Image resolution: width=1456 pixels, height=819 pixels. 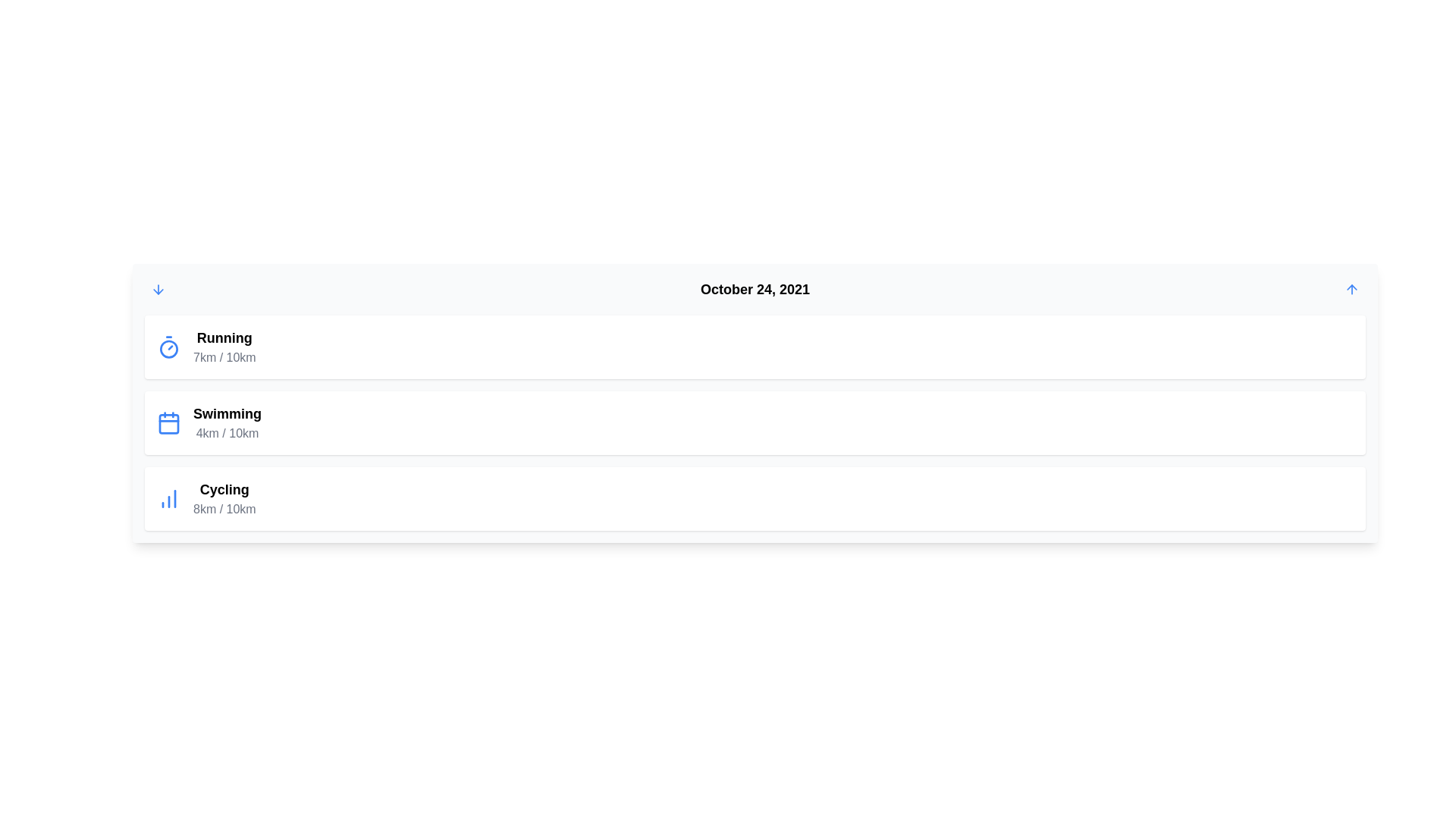 What do you see at coordinates (227, 414) in the screenshot?
I see `'Swimming' text label which serves as a title for the activity within the categorized list` at bounding box center [227, 414].